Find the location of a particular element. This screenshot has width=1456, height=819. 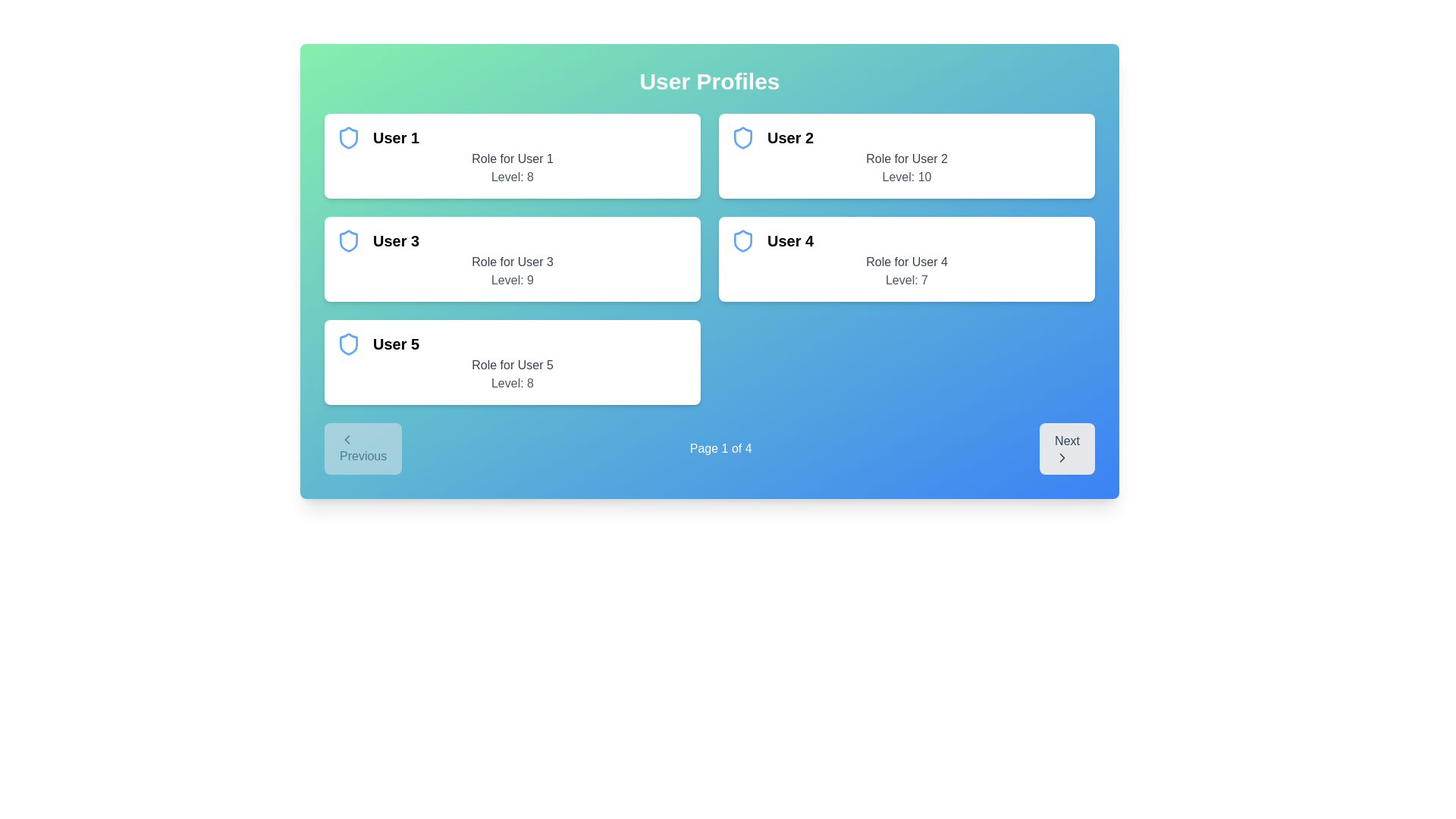

the shield icon on the left side of the profile card labeled 'User 2', which symbolizes security or protection and is located in the second card of the user profile grid is located at coordinates (742, 137).